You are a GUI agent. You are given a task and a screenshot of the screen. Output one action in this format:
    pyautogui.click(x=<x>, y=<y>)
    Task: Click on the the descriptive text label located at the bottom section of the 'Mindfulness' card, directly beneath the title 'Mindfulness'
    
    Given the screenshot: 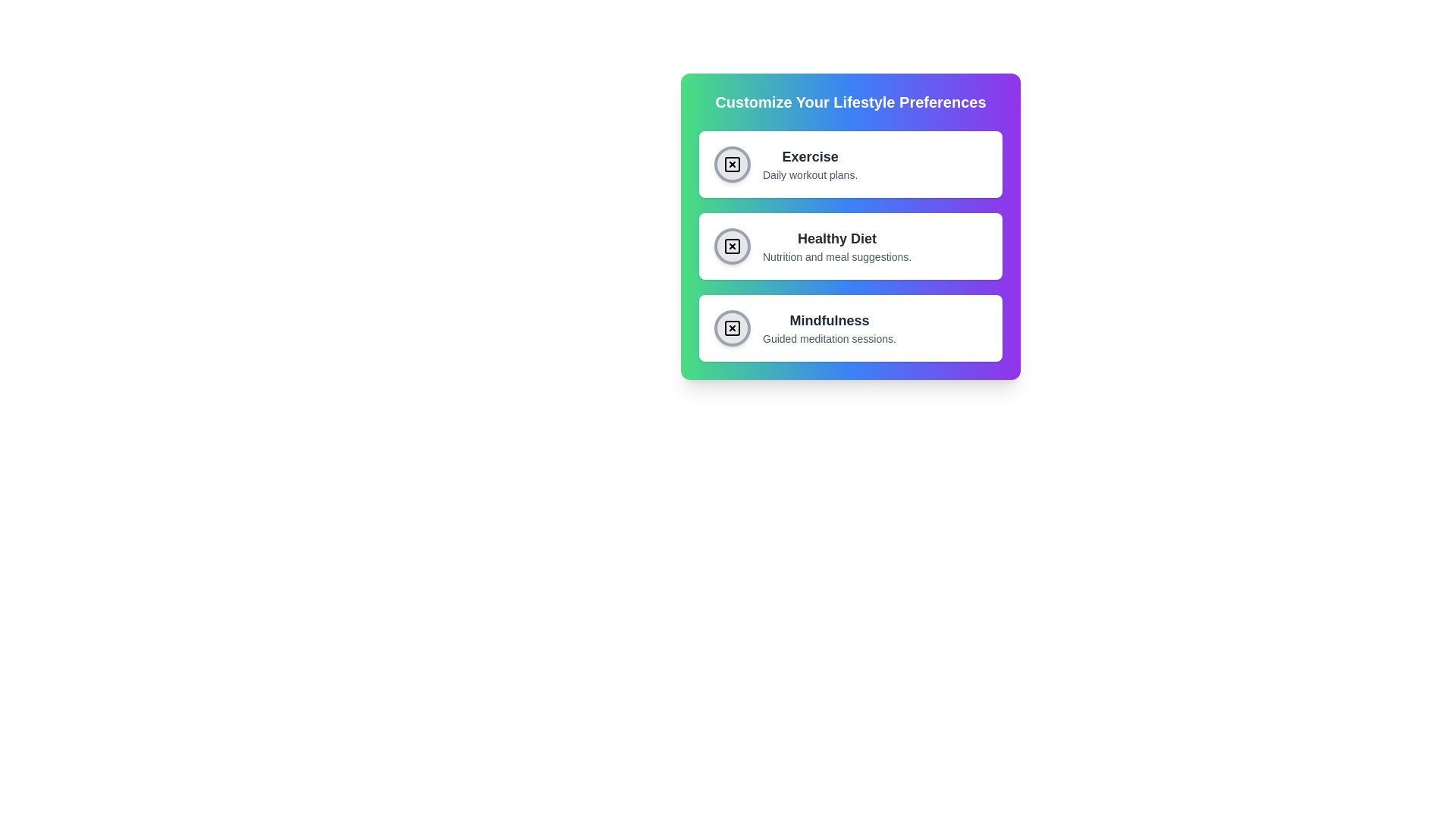 What is the action you would take?
    pyautogui.click(x=829, y=338)
    